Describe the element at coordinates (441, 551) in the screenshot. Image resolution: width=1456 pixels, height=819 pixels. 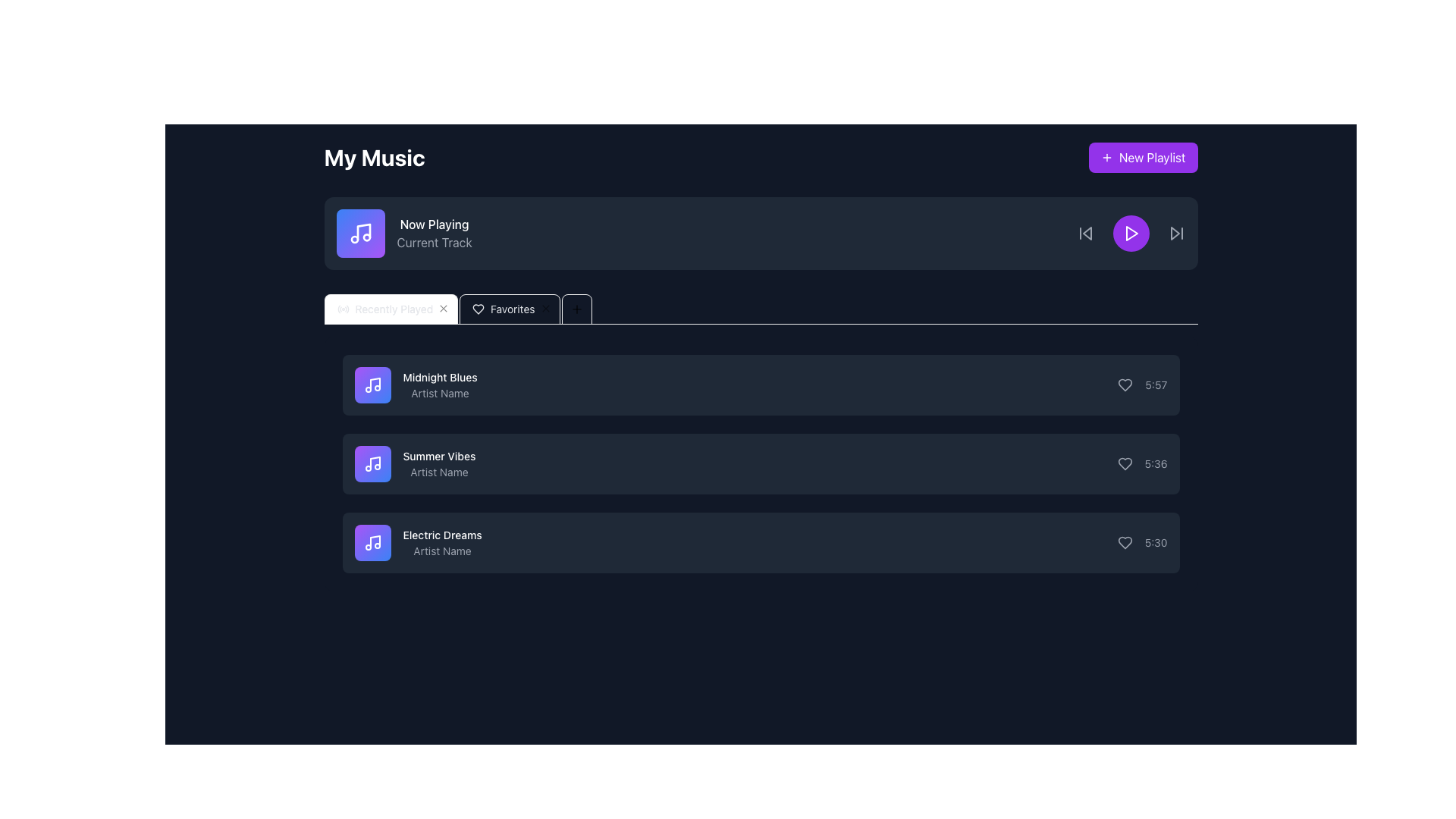
I see `the static label displaying the name of the artist associated with the song 'Electric Dreams', located below the title 'Electric Dreams'` at that location.